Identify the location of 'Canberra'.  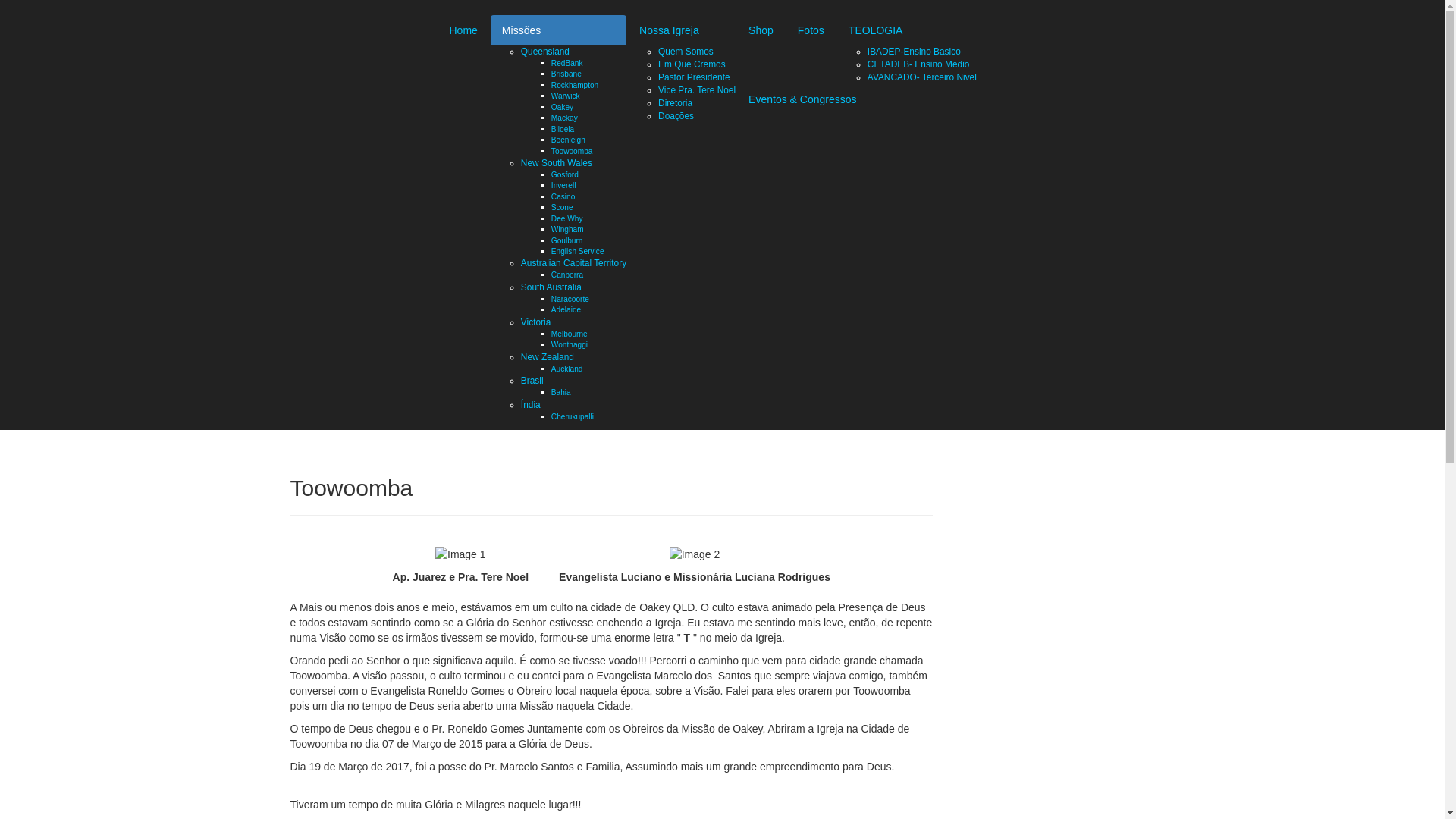
(566, 275).